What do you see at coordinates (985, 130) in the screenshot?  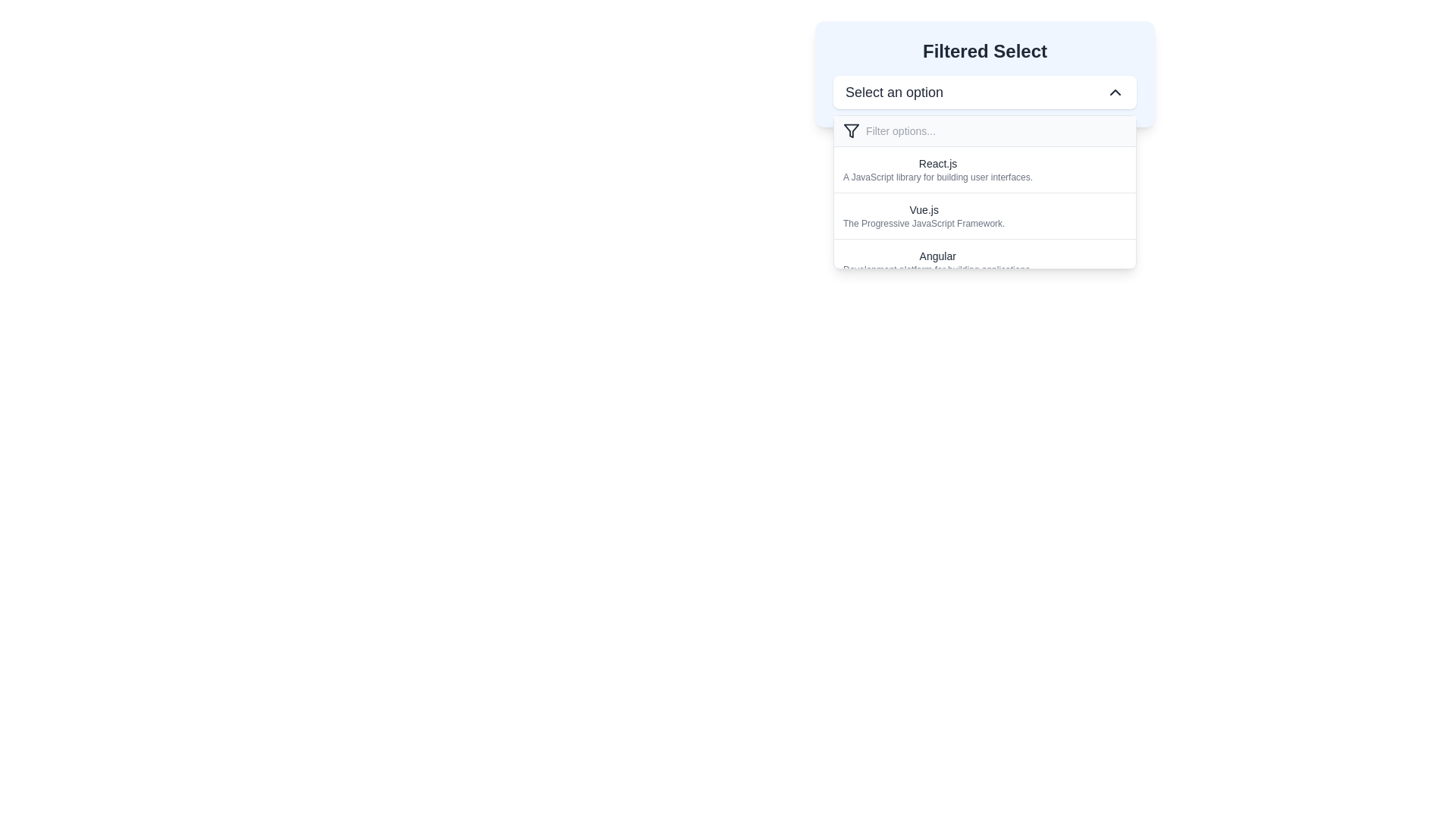 I see `the text input field located within the filter dropdown menu component` at bounding box center [985, 130].